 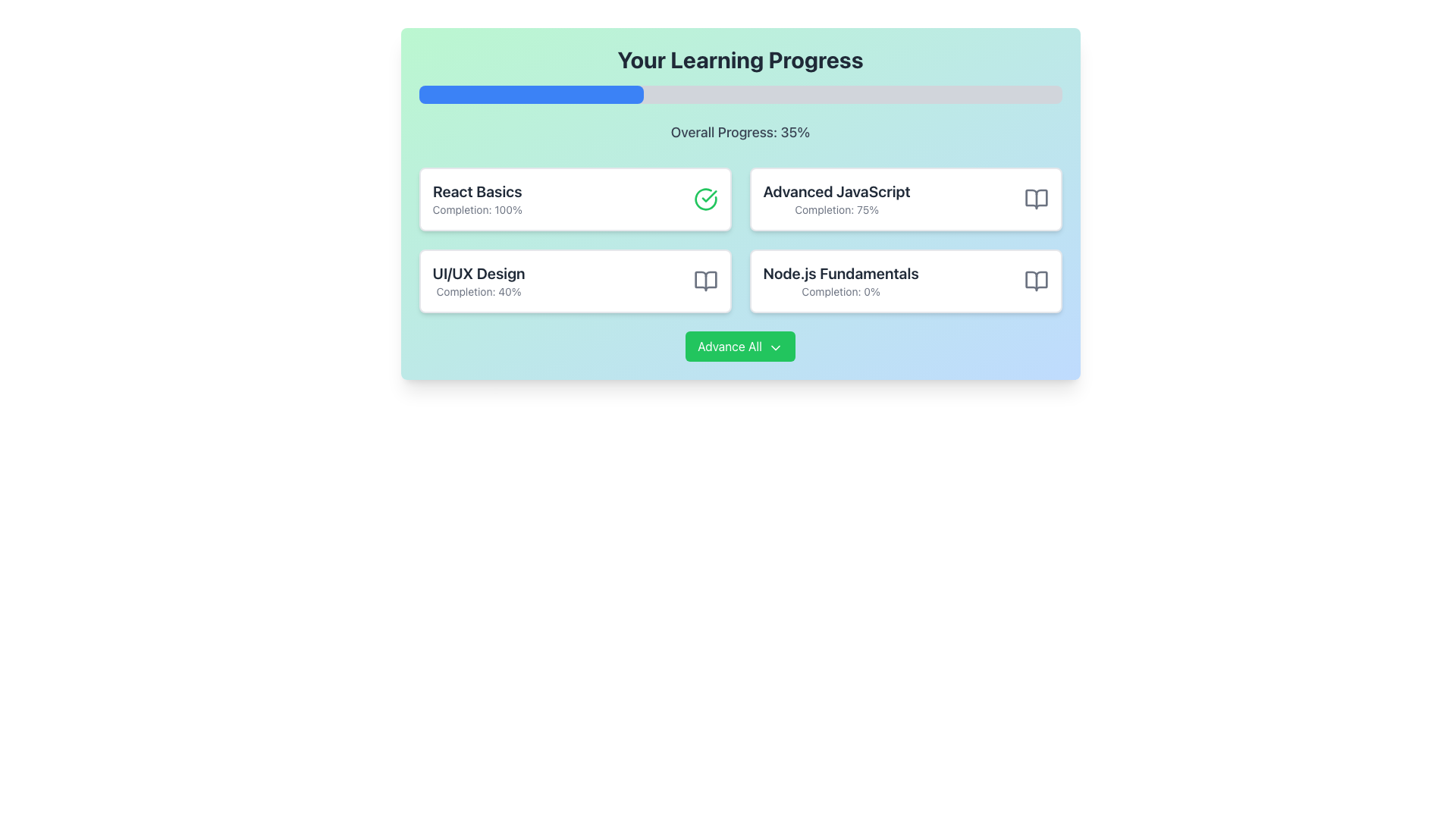 What do you see at coordinates (476, 210) in the screenshot?
I see `completion percentage text label for the 'React Basics' course, which is located directly underneath the 'React Basics' heading and aligned to the left within its card component` at bounding box center [476, 210].